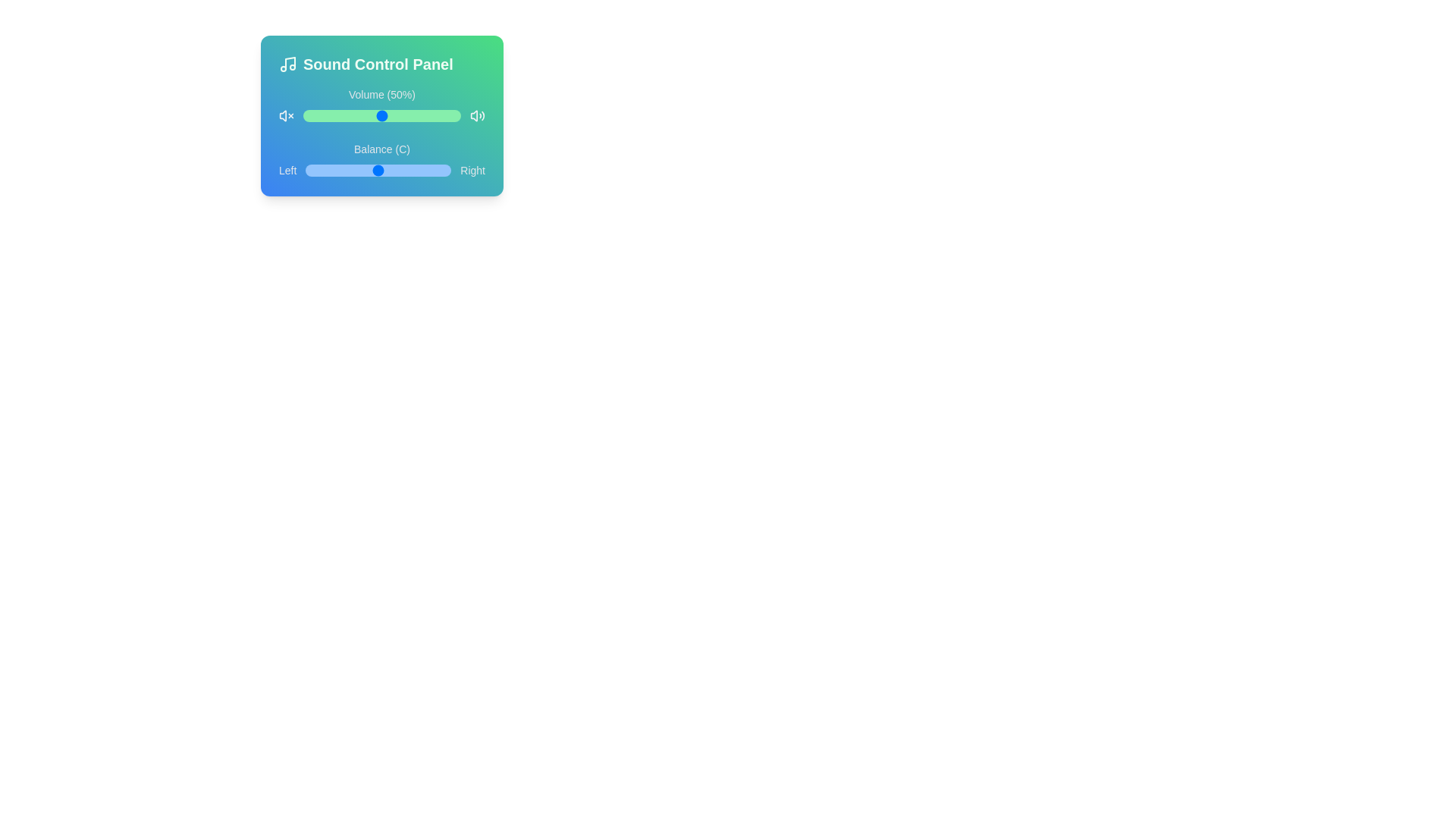  I want to click on the volume level, so click(399, 115).